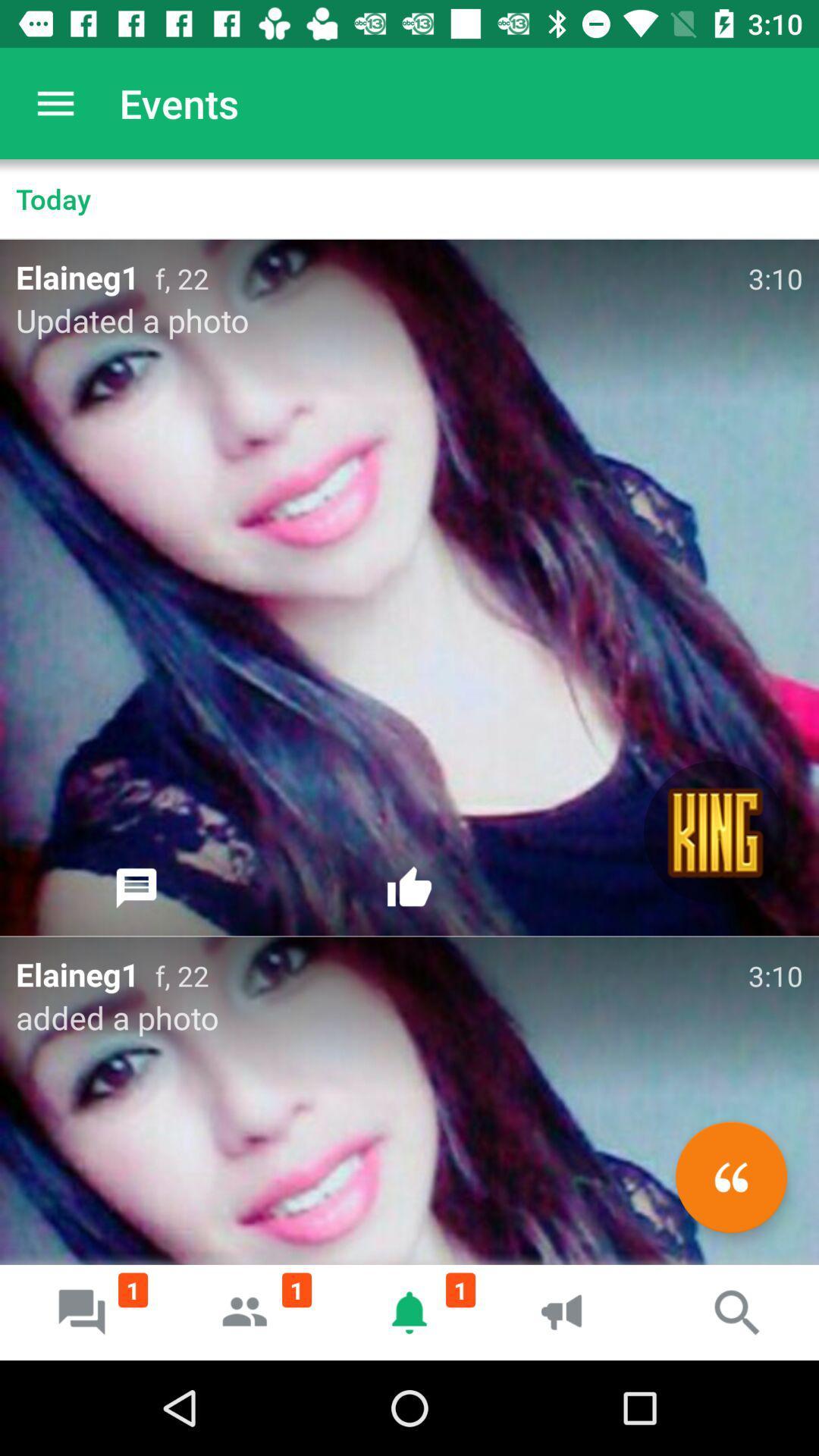 The image size is (819, 1456). Describe the element at coordinates (573, 1312) in the screenshot. I see `the button on the left to the search button on the web page` at that location.